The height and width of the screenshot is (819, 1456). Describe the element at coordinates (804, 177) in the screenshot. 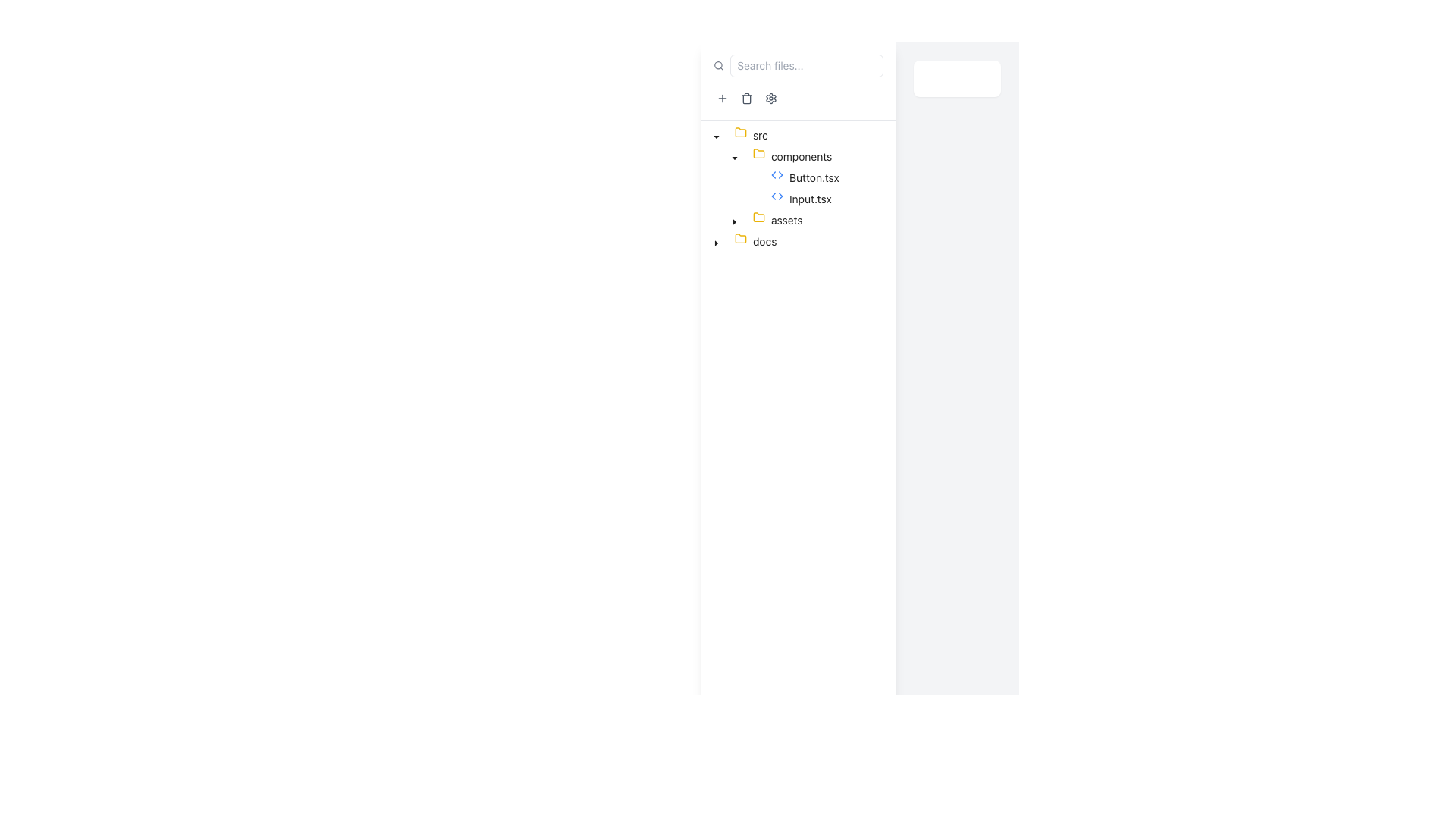

I see `the text node labeled 'Button.tsx' in the tree navigation structure` at that location.